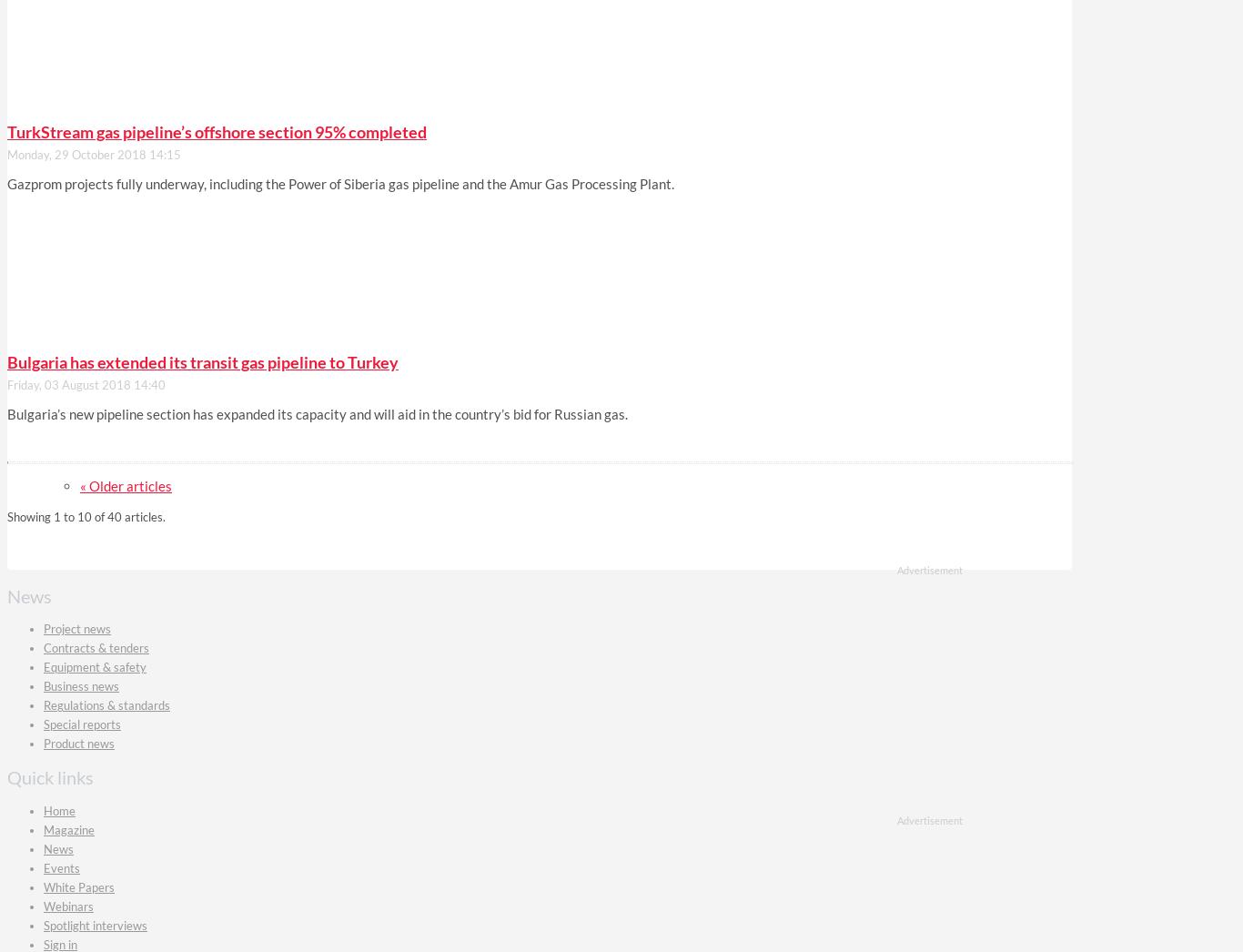 The image size is (1243, 952). I want to click on 'Bulgaria has extended its transit gas pipeline to Turkey', so click(7, 362).